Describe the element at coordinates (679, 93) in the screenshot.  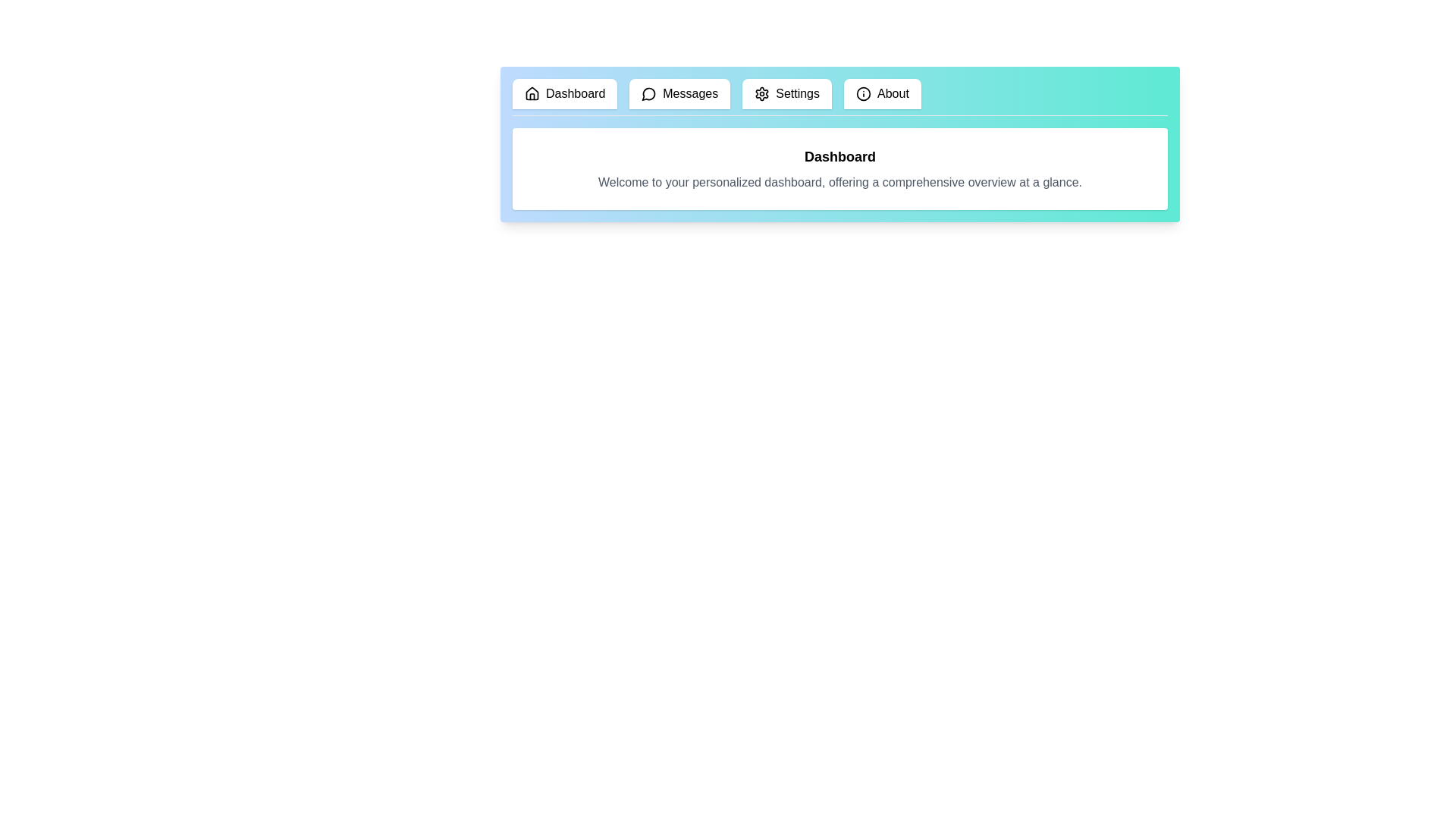
I see `the tab labeled Messages to activate it` at that location.